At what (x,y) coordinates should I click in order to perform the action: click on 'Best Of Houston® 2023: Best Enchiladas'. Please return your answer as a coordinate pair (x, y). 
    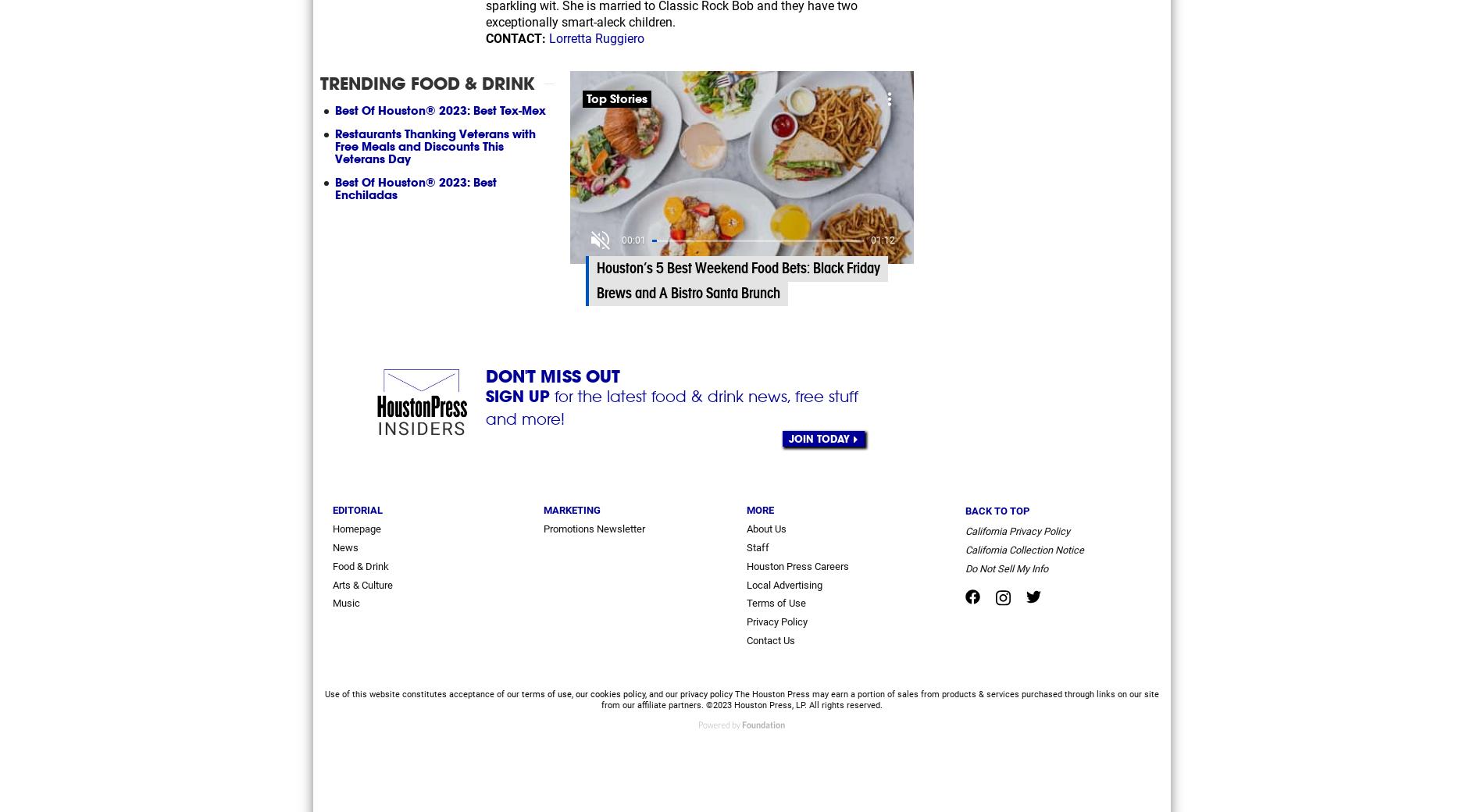
    Looking at the image, I should click on (334, 187).